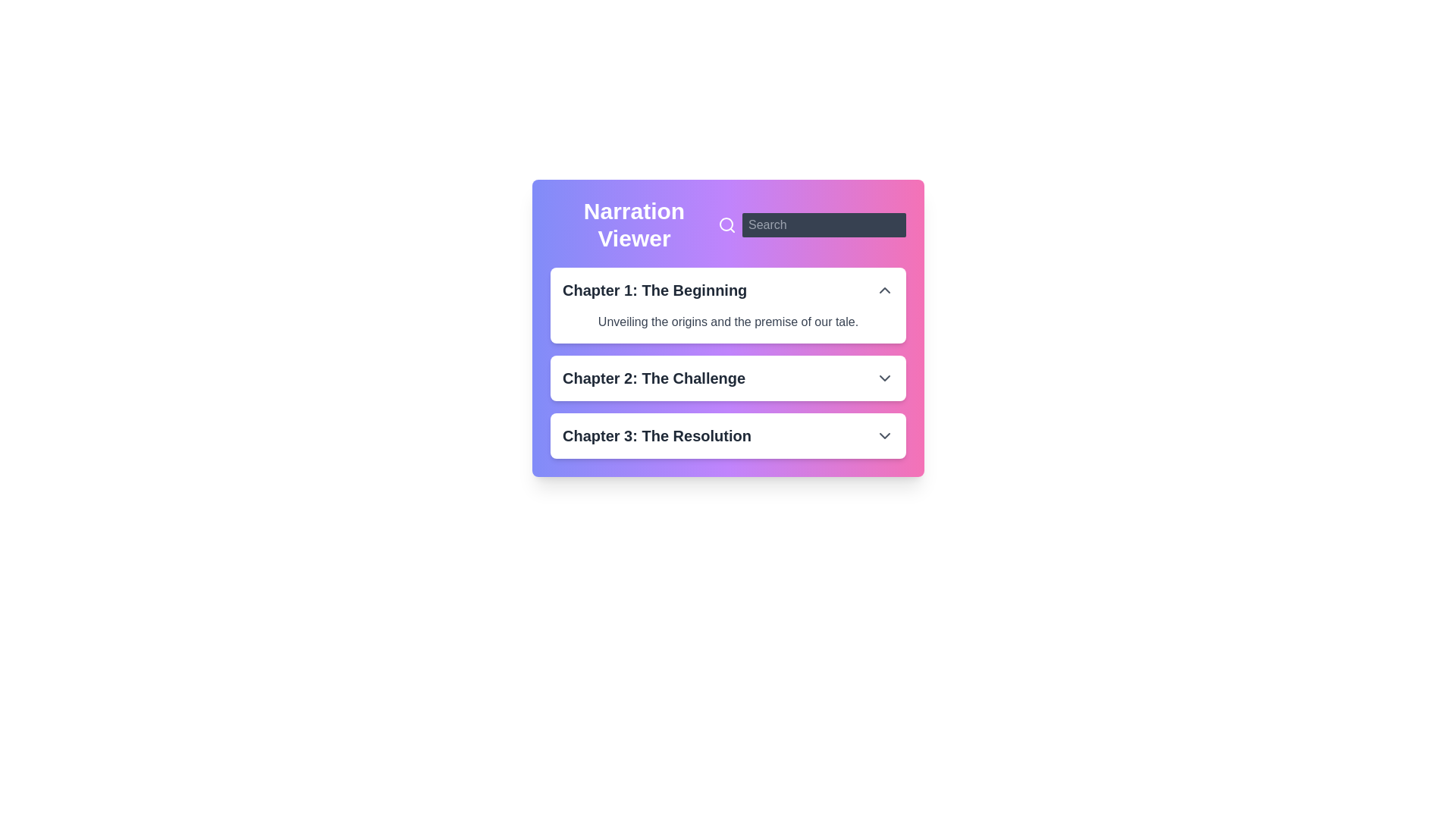  Describe the element at coordinates (726, 225) in the screenshot. I see `the decorative icon related to the search functionality located at the top-right corner of the 'Narration Viewer' section, adjacent to the 'Search' text input field` at that location.